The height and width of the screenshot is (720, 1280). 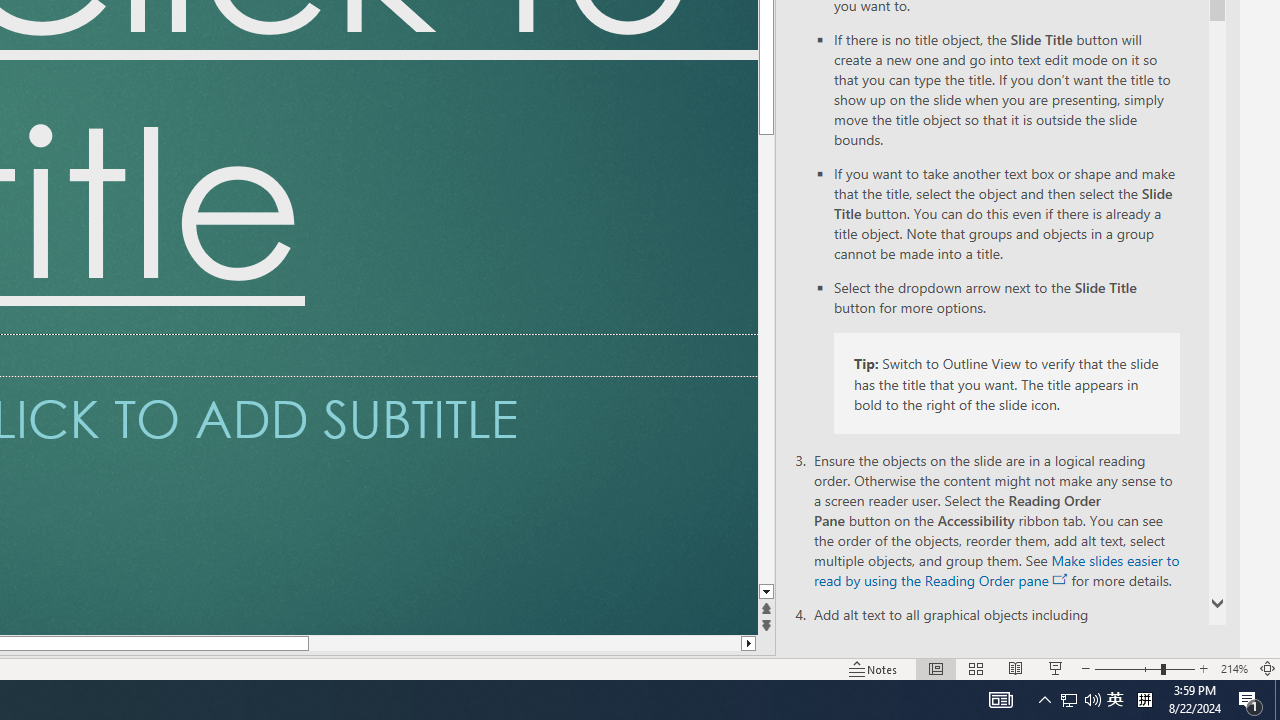 What do you see at coordinates (1233, 669) in the screenshot?
I see `'Zoom 214%'` at bounding box center [1233, 669].